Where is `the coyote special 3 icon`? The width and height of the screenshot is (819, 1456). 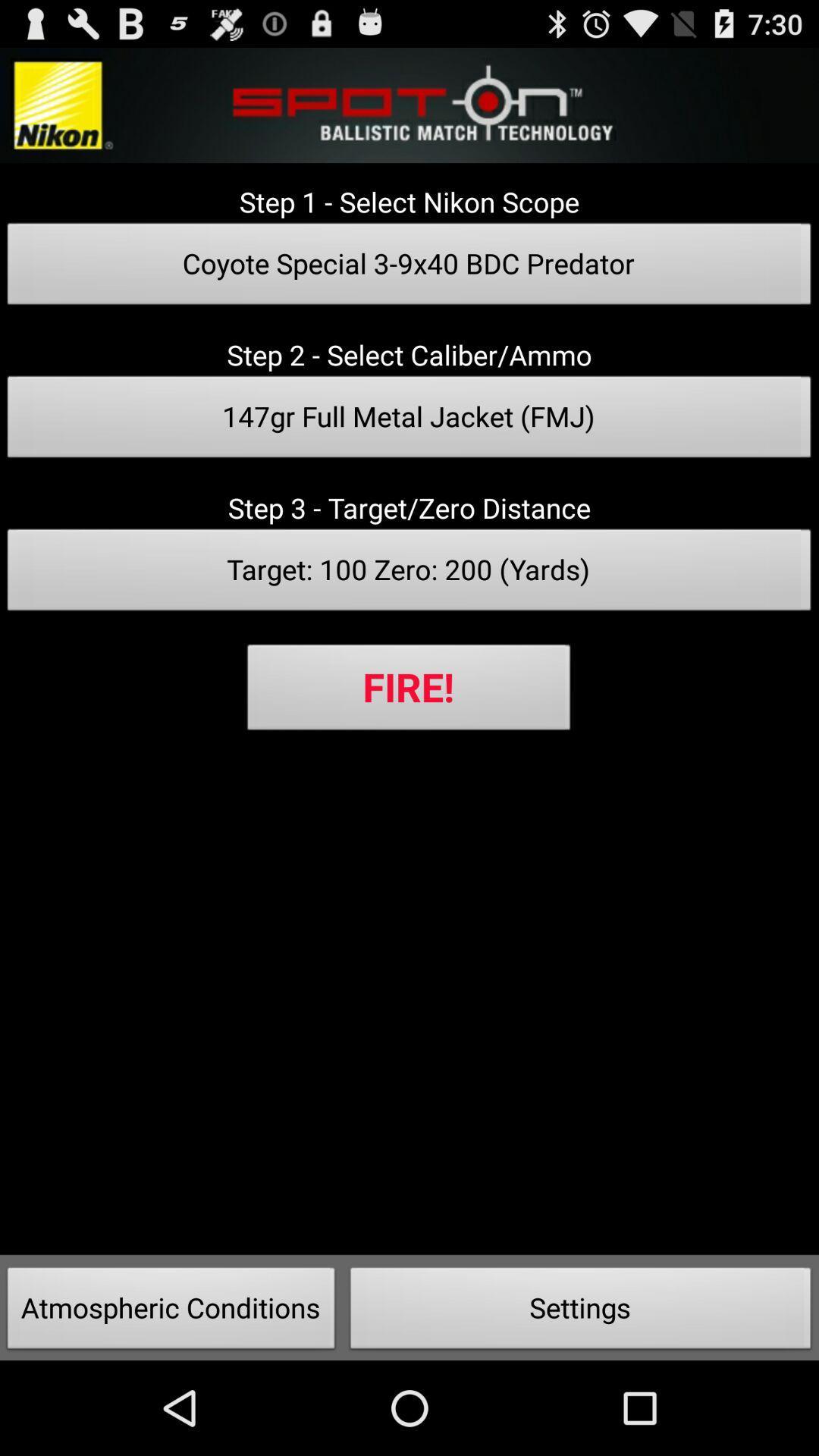 the coyote special 3 icon is located at coordinates (409, 268).